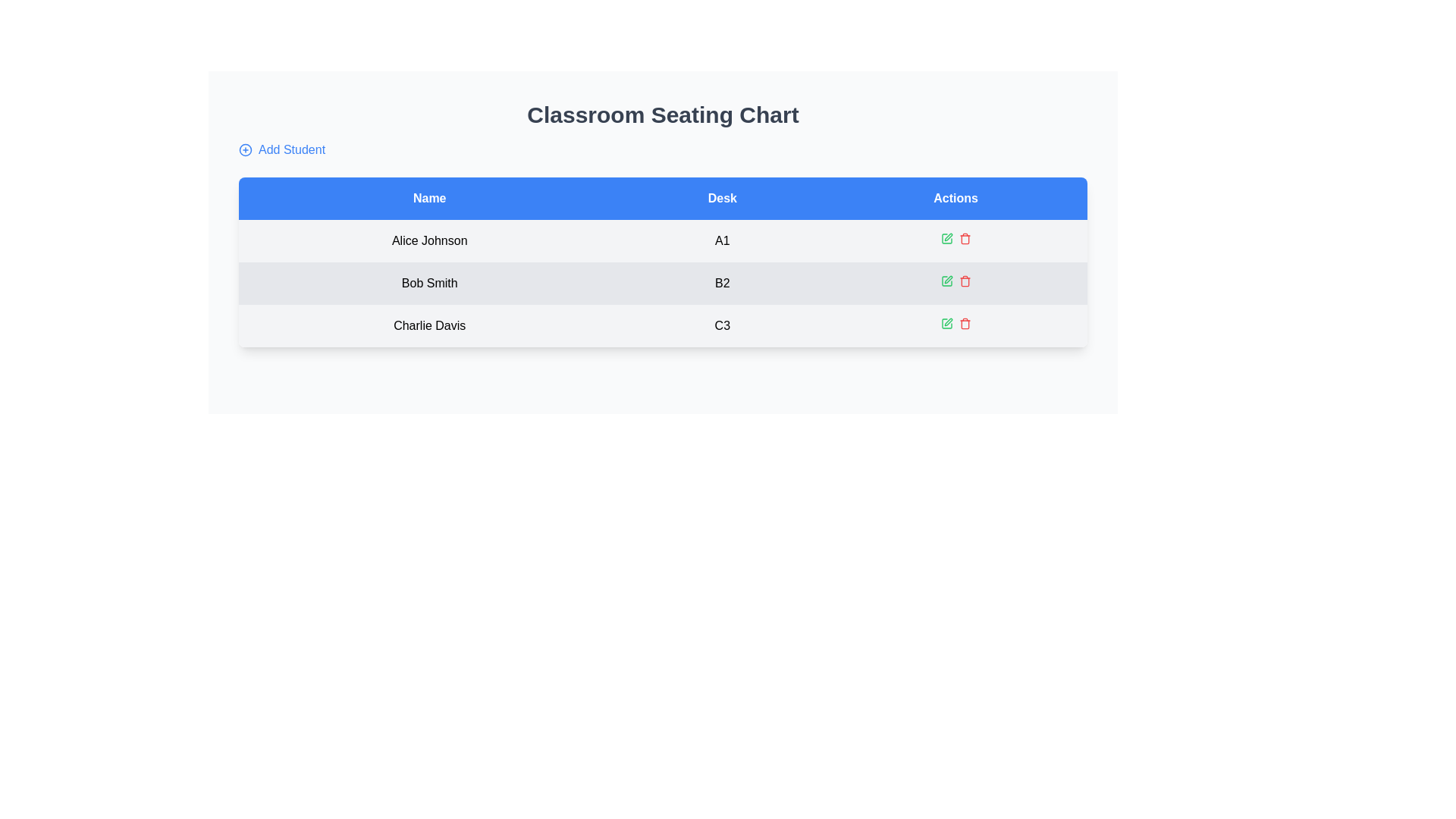 The image size is (1456, 819). I want to click on the static text label reading 'Classroom Seating Chart', which is displayed in a prominent serif font style and is positioned at the center-top section of the interface, so click(663, 114).